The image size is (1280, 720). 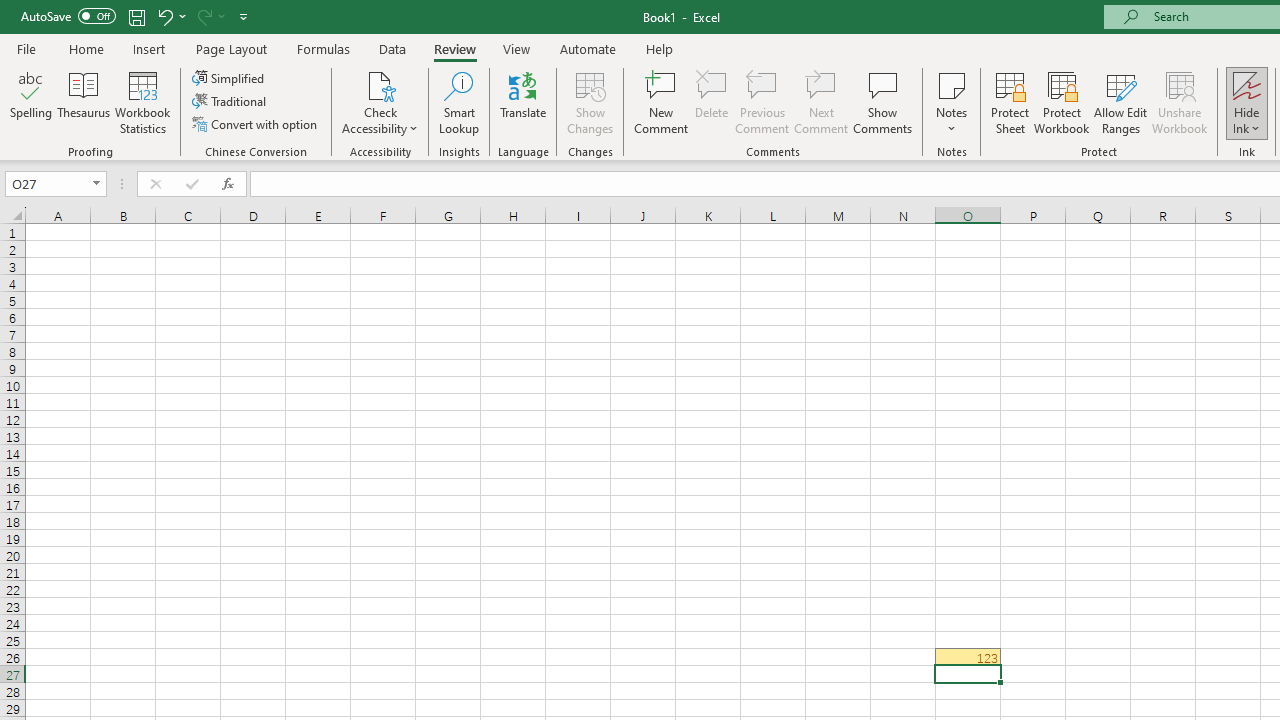 What do you see at coordinates (821, 103) in the screenshot?
I see `'Next Comment'` at bounding box center [821, 103].